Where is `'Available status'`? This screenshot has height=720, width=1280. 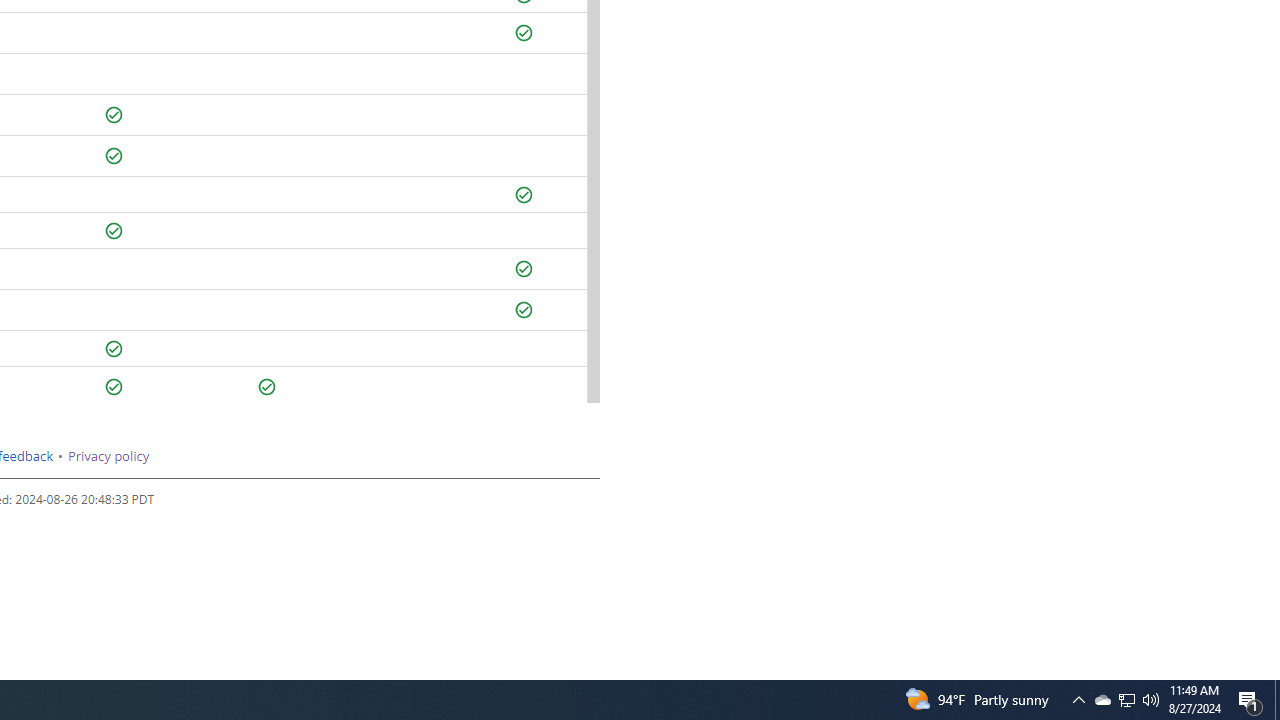 'Available status' is located at coordinates (266, 387).